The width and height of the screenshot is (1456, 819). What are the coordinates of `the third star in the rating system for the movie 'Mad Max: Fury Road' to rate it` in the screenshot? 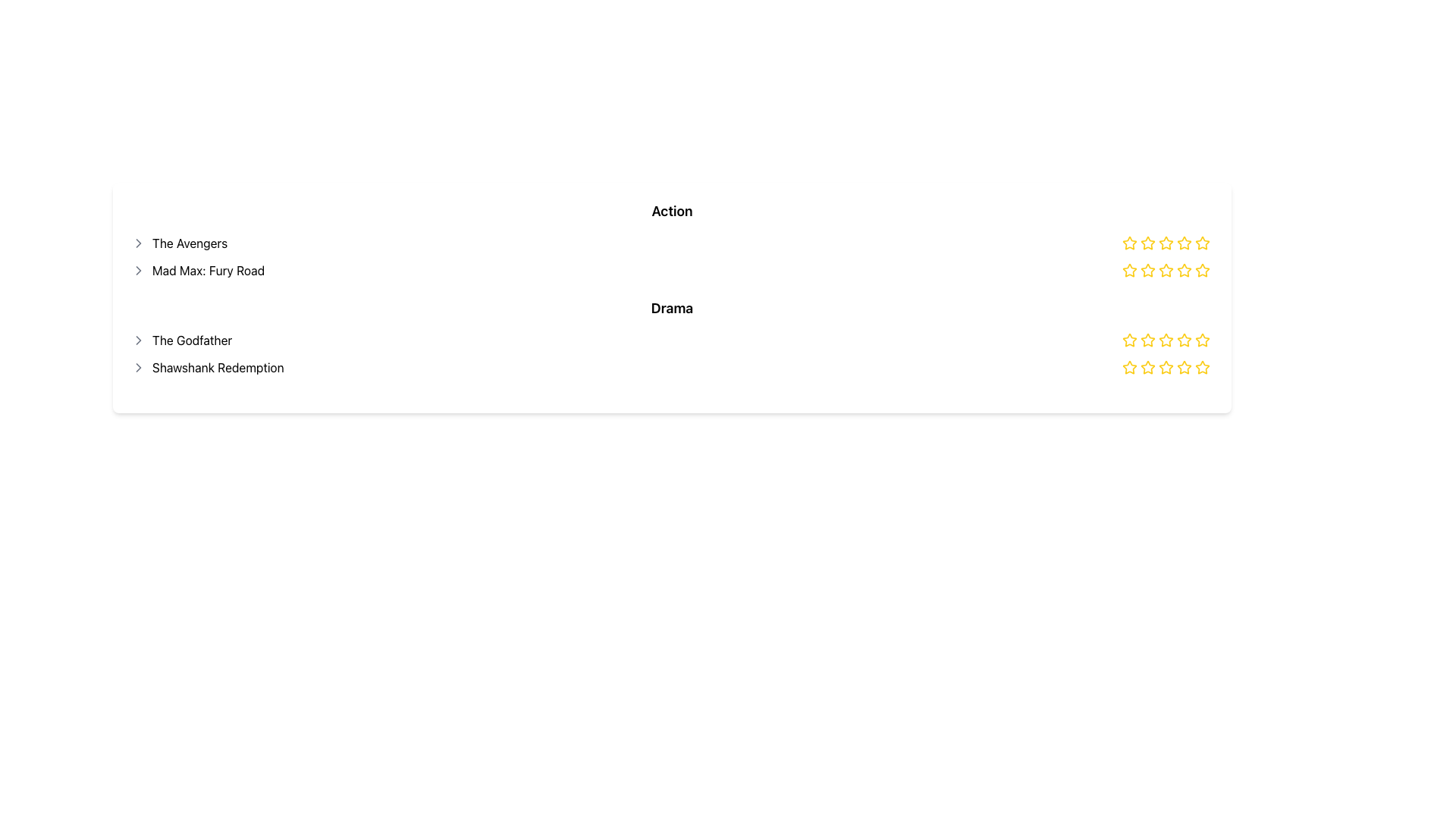 It's located at (1183, 242).